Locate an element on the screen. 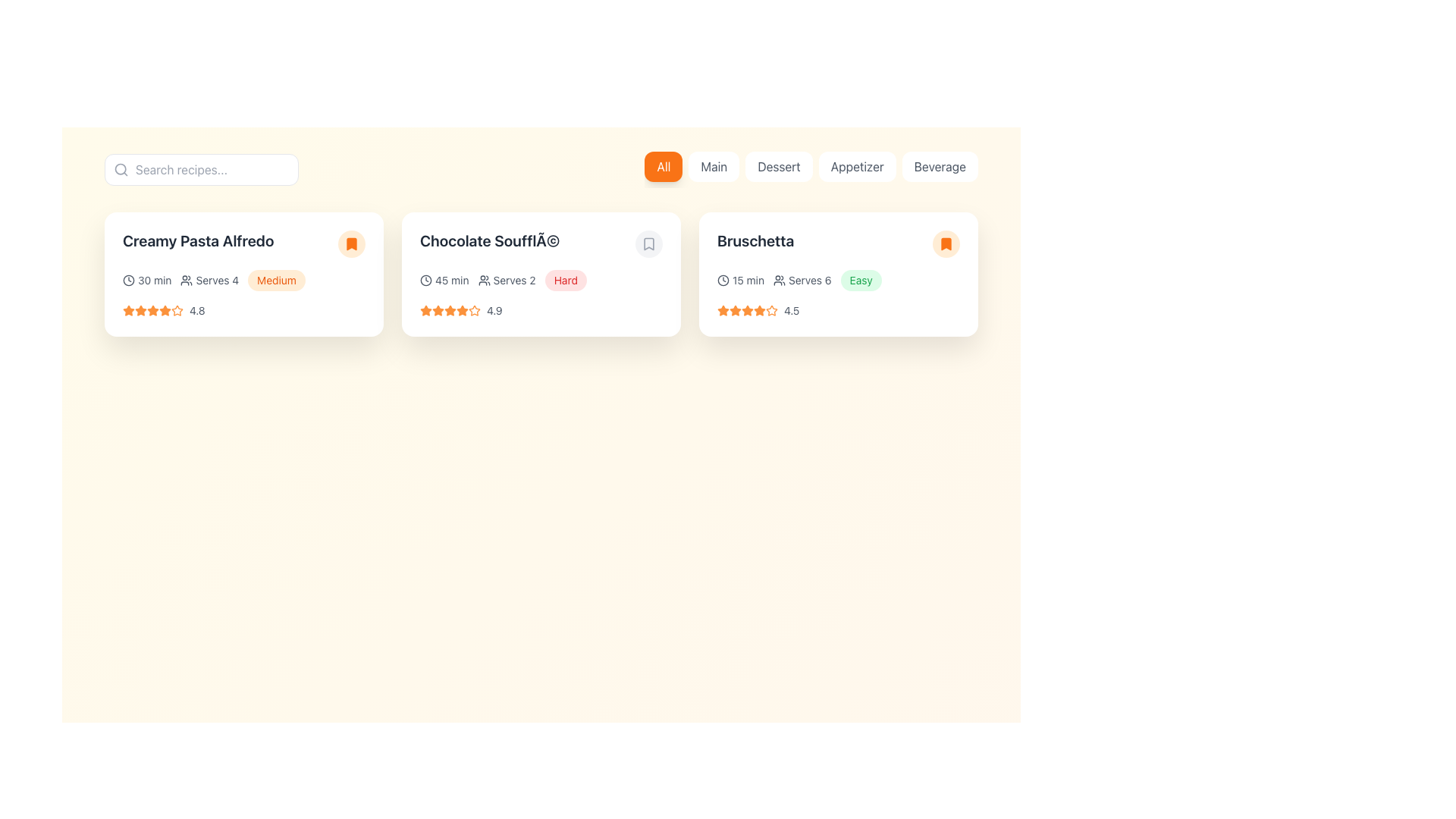 This screenshot has height=819, width=1456. the bookmark button located in the top-right corner of the 'Chocolate Soufflé' card to trigger the tooltip or highlight effect is located at coordinates (648, 243).